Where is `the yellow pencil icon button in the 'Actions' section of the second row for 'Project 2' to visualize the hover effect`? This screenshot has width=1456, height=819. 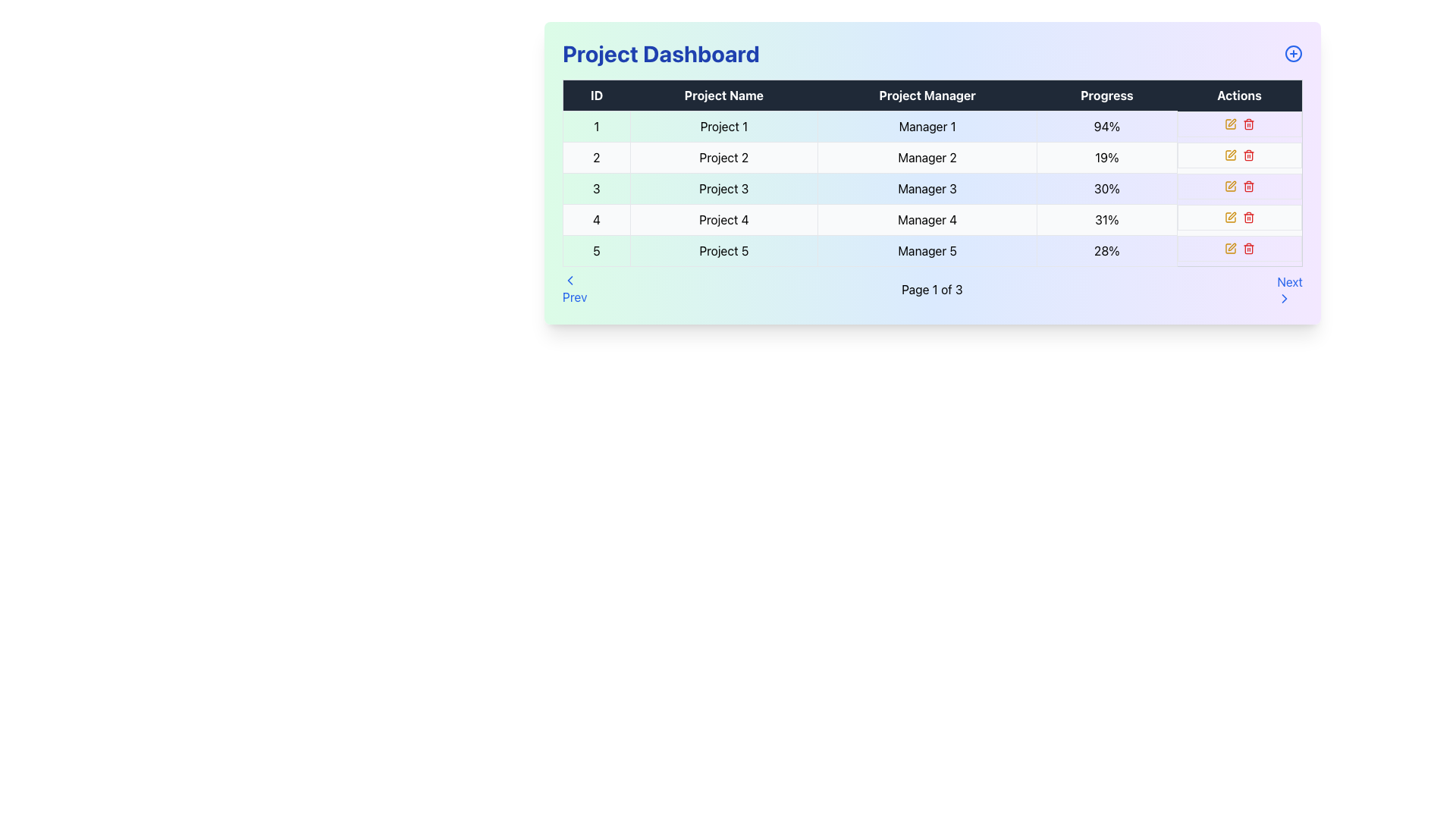
the yellow pencil icon button in the 'Actions' section of the second row for 'Project 2' to visualize the hover effect is located at coordinates (1230, 155).